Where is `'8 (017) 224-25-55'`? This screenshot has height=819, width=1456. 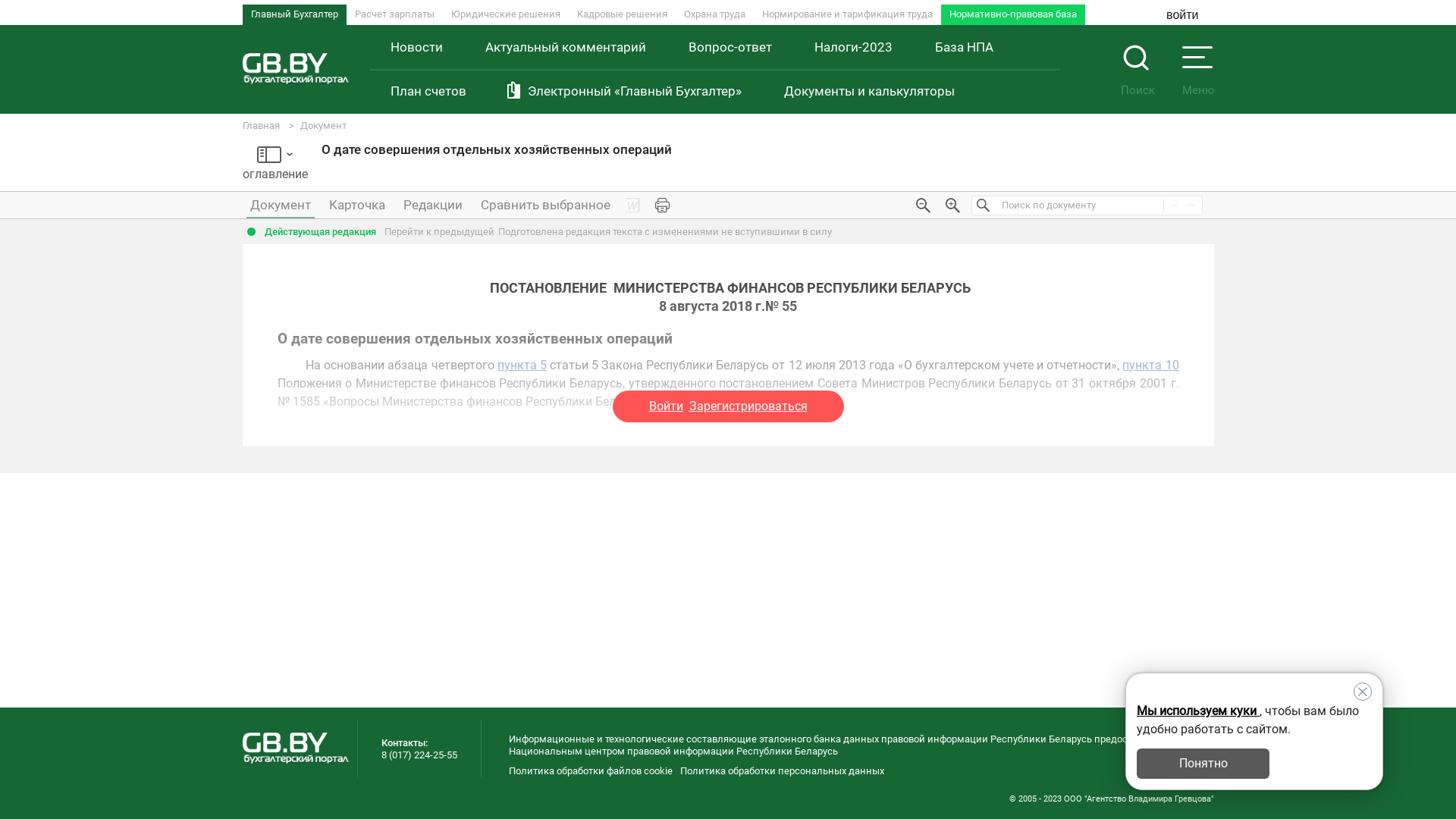 '8 (017) 224-25-55' is located at coordinates (419, 755).